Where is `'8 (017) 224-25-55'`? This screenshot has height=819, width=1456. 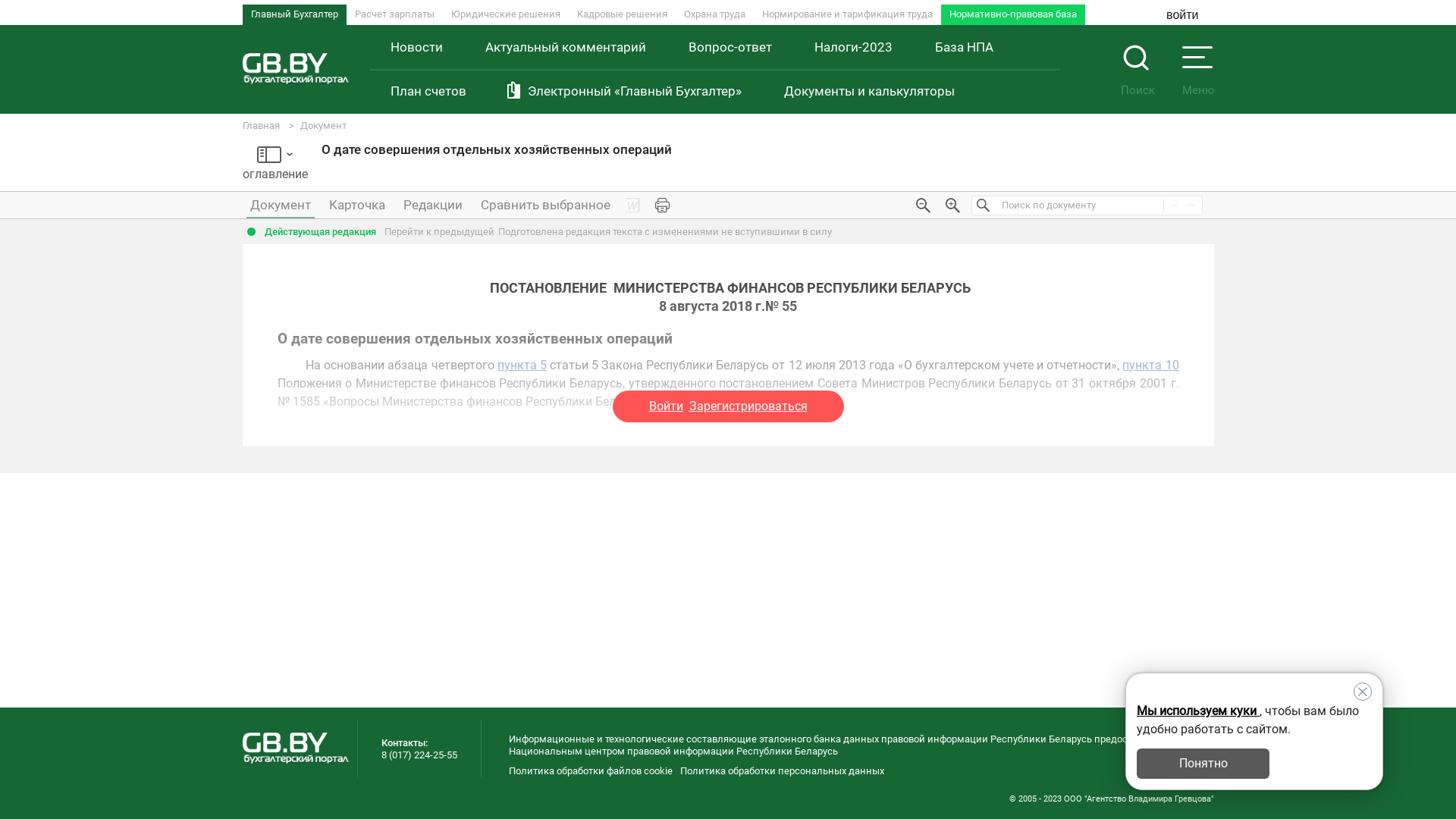 '8 (017) 224-25-55' is located at coordinates (419, 755).